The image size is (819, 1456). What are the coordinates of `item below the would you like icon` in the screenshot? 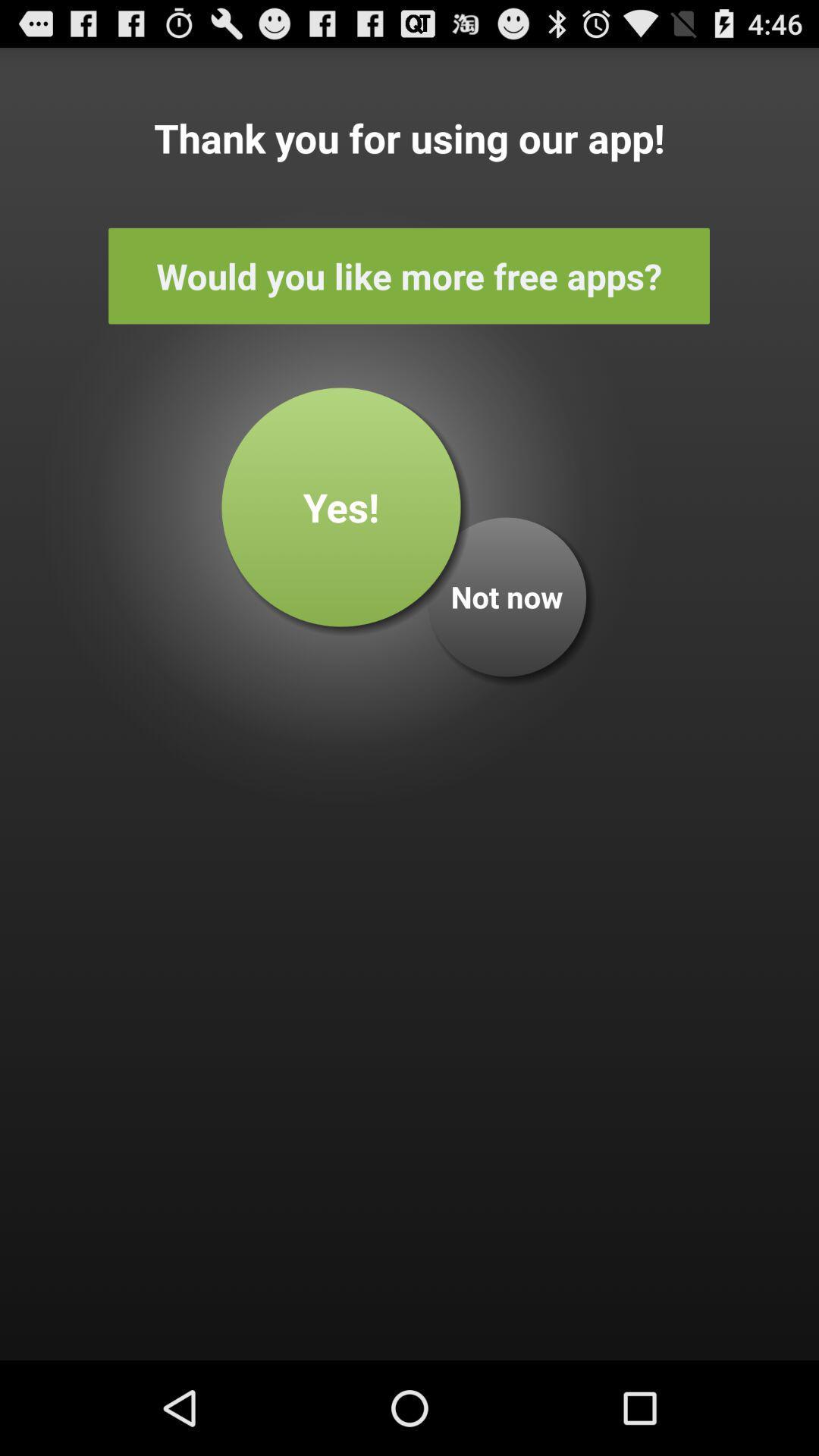 It's located at (341, 507).